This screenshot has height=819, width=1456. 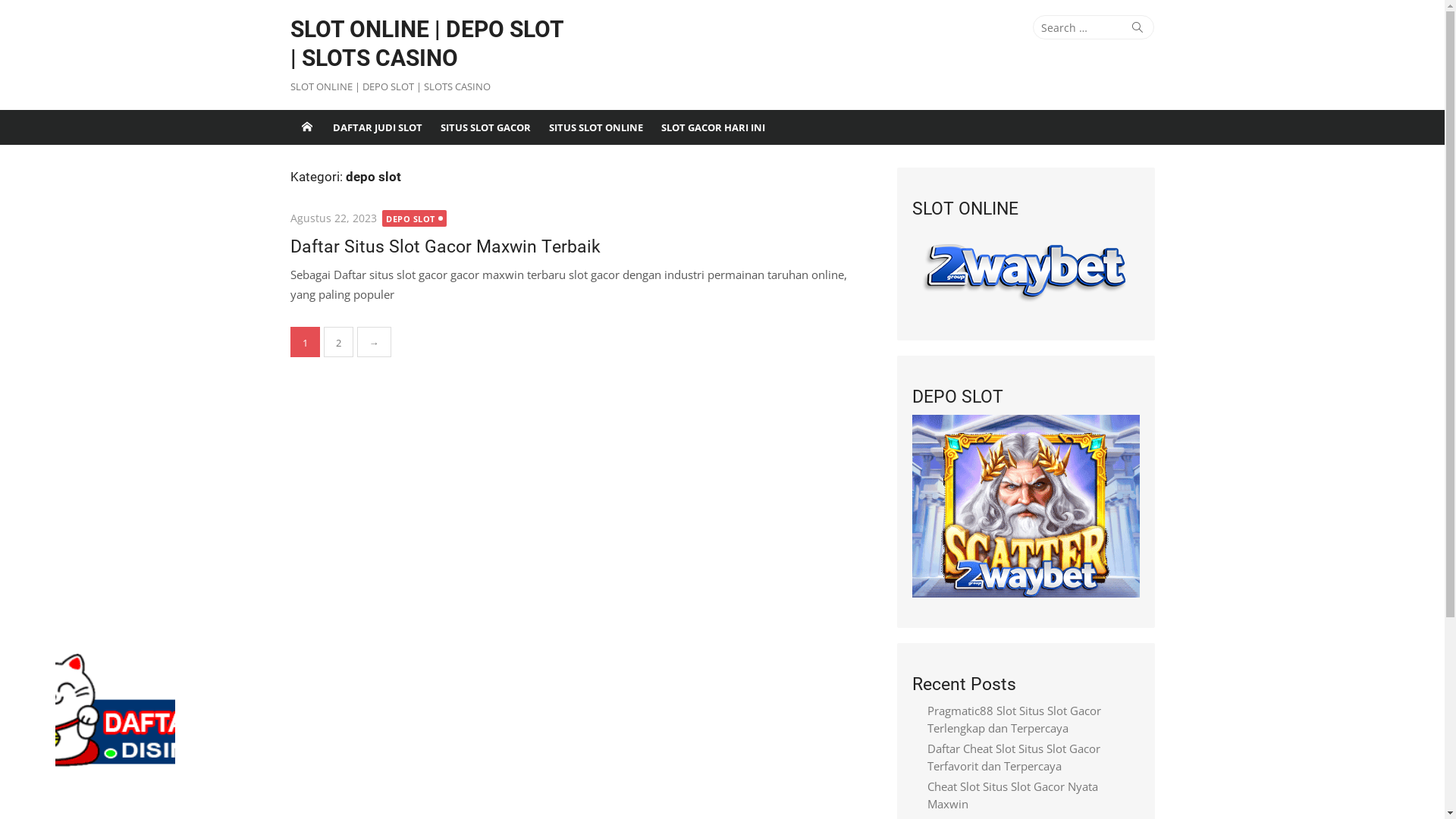 What do you see at coordinates (1137, 27) in the screenshot?
I see `'Search'` at bounding box center [1137, 27].